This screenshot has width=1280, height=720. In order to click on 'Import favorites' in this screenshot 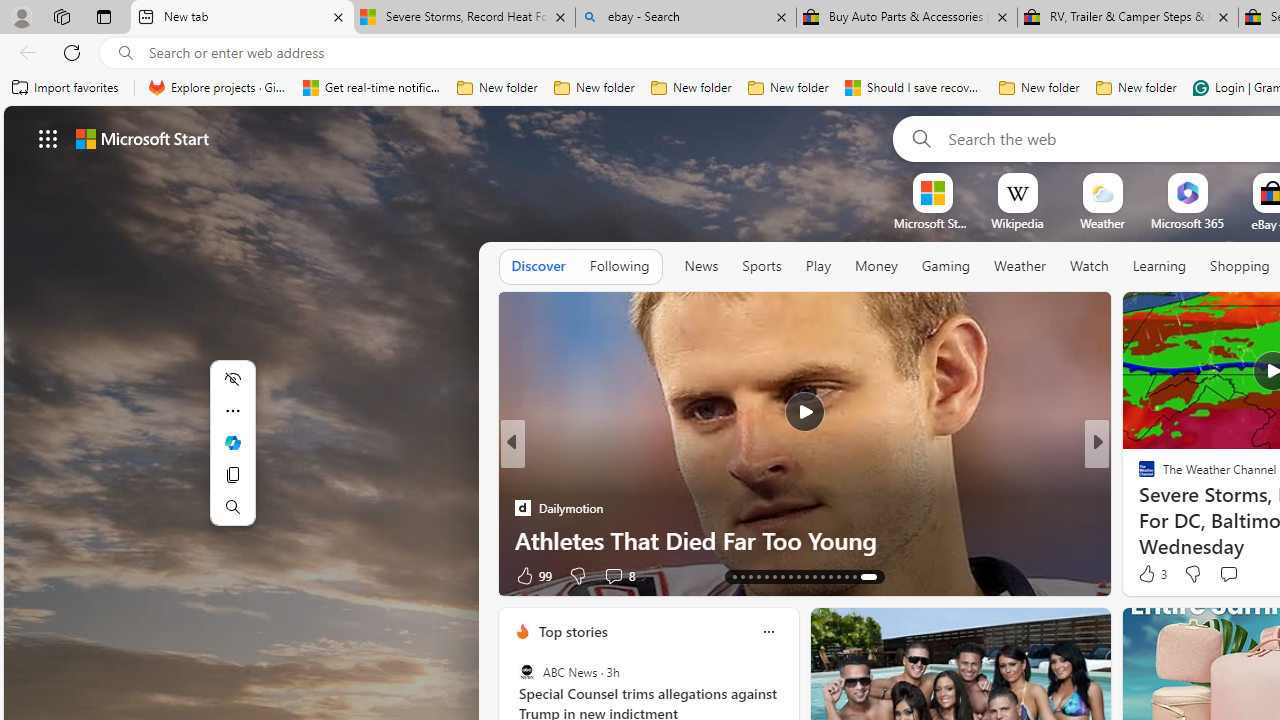, I will do `click(65, 87)`.